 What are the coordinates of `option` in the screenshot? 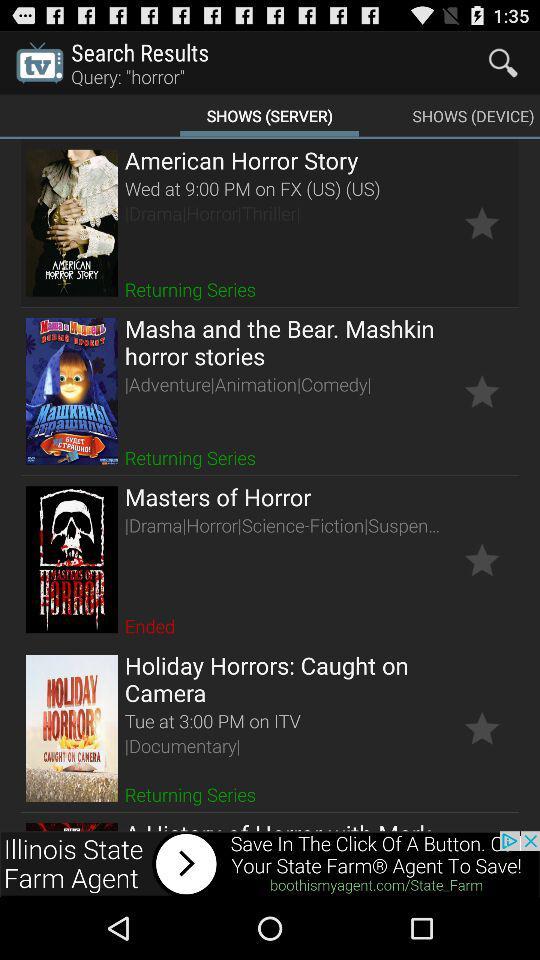 It's located at (481, 223).